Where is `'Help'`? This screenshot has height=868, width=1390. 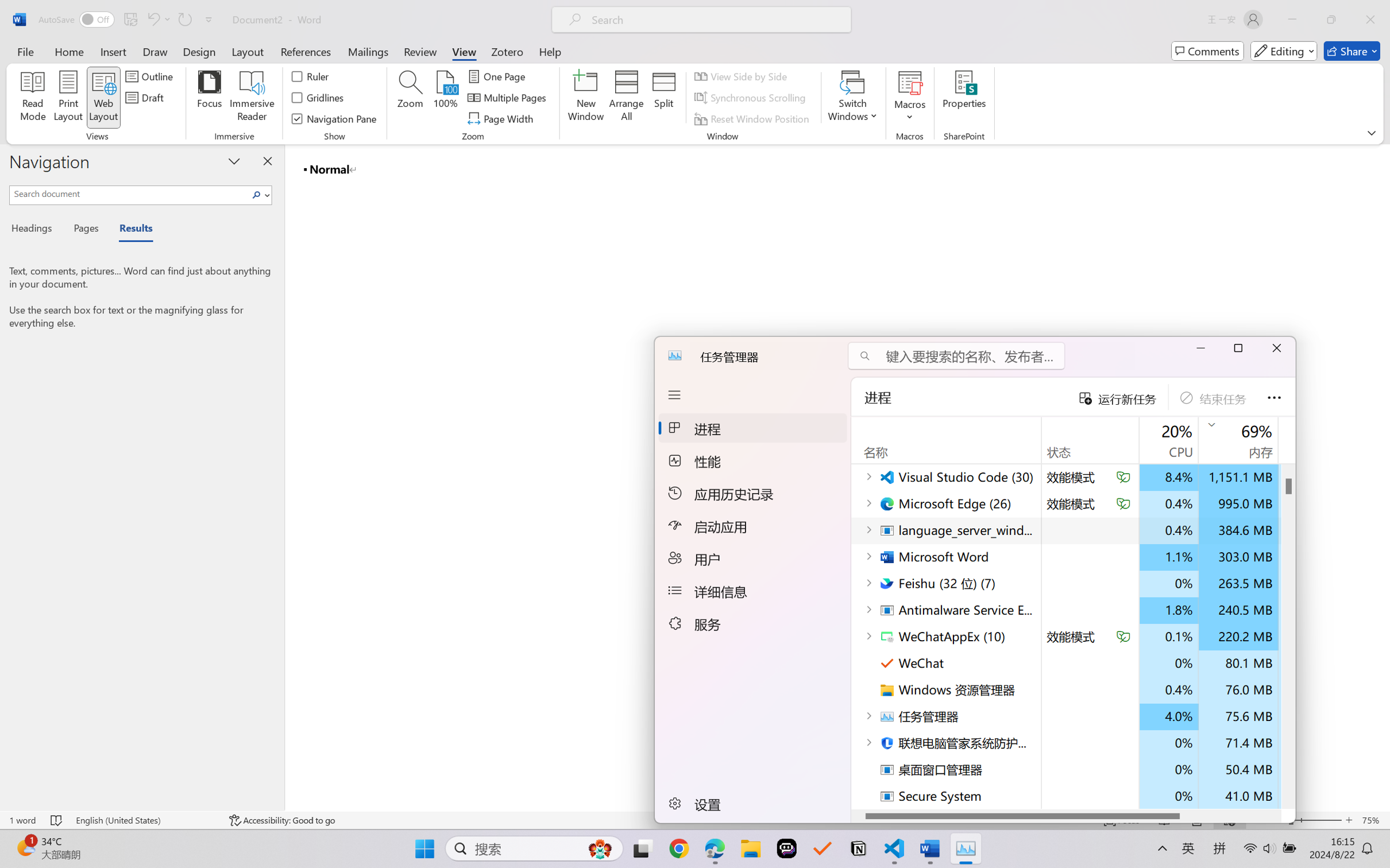
'Help' is located at coordinates (549, 51).